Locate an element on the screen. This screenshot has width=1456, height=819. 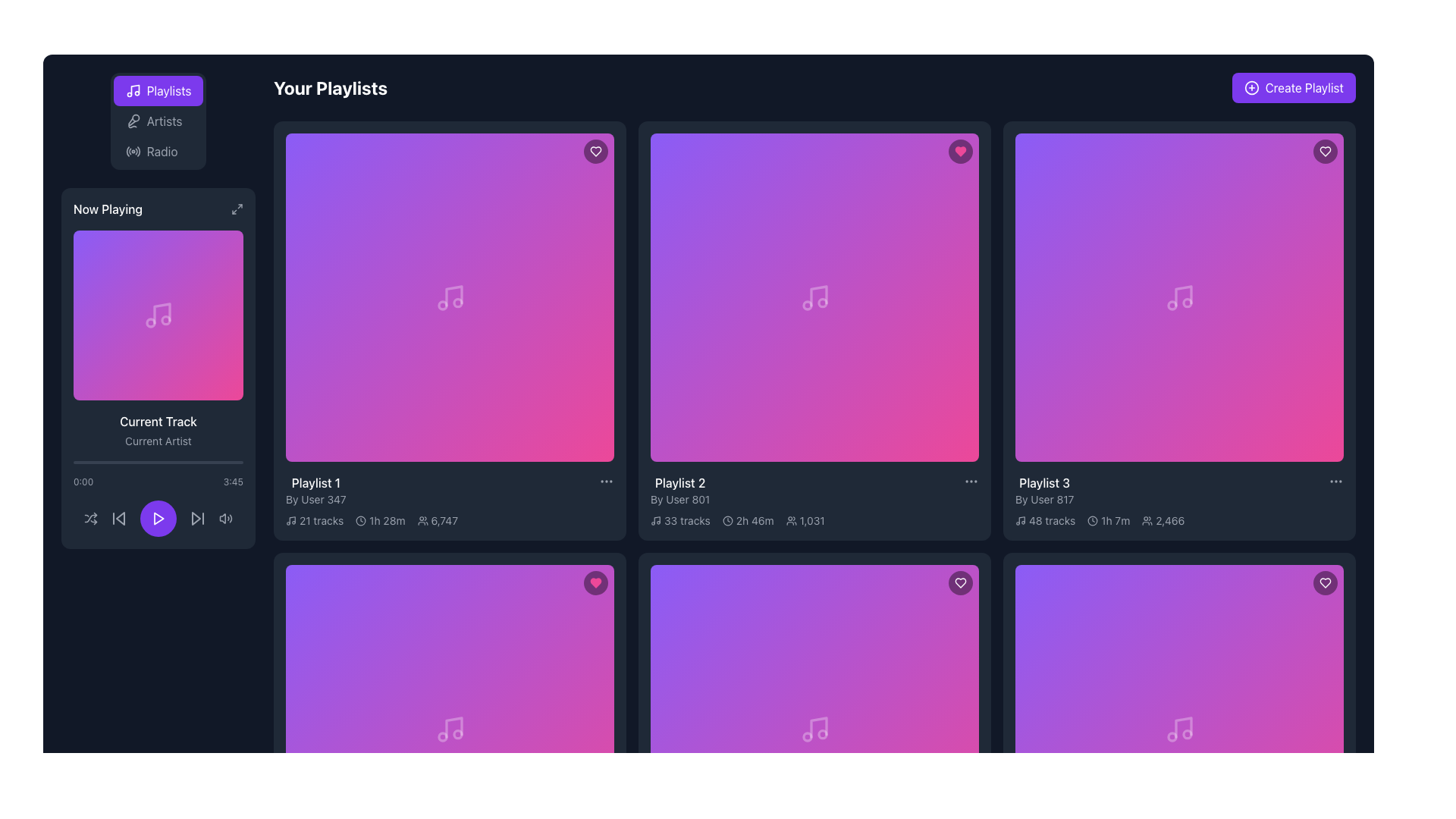
the vibrant violet 'Create Playlist' button with a plus symbol icon located in the top-right corner of the interface to create a new playlist is located at coordinates (1293, 87).